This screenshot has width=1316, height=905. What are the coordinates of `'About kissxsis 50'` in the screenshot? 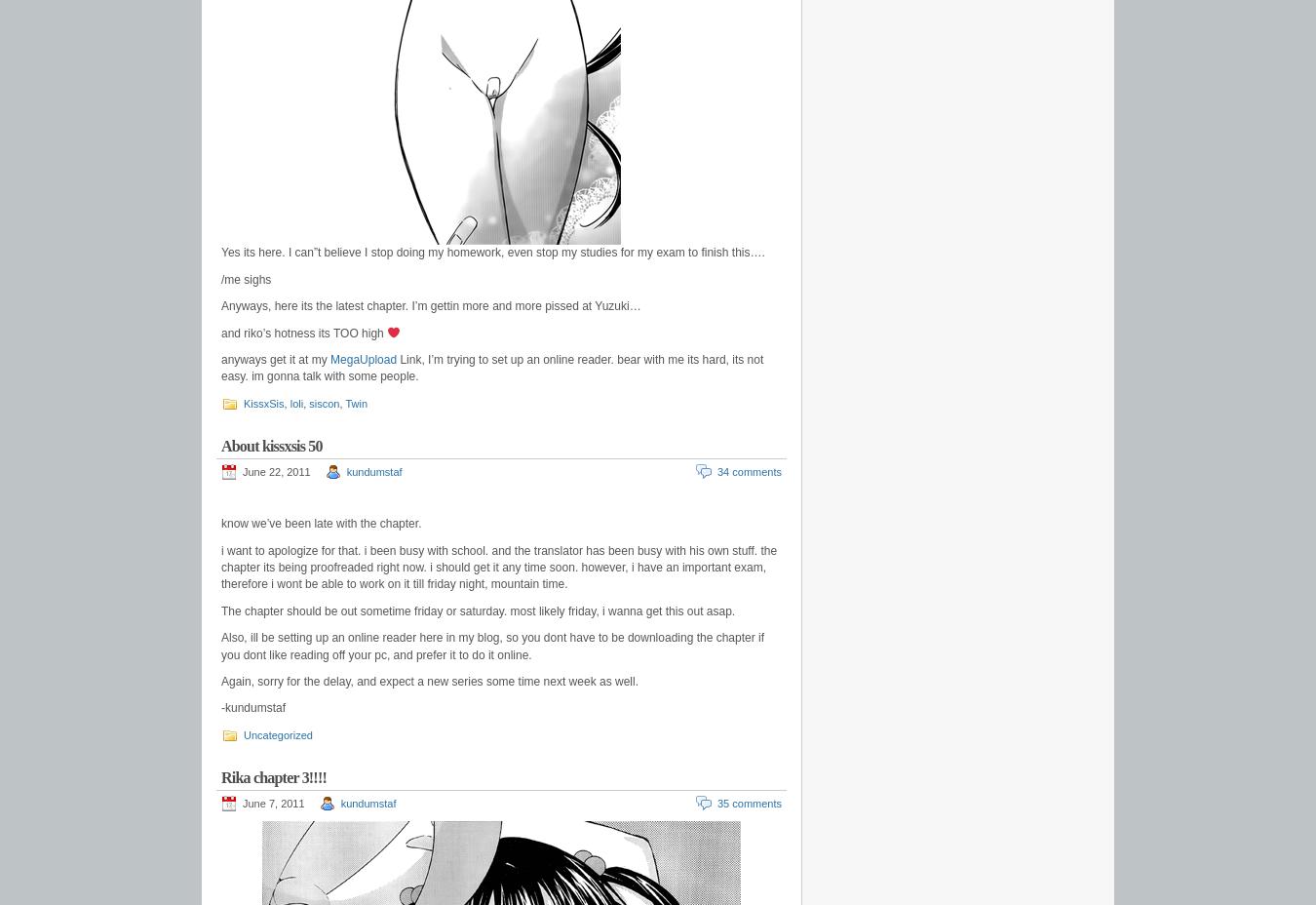 It's located at (270, 445).